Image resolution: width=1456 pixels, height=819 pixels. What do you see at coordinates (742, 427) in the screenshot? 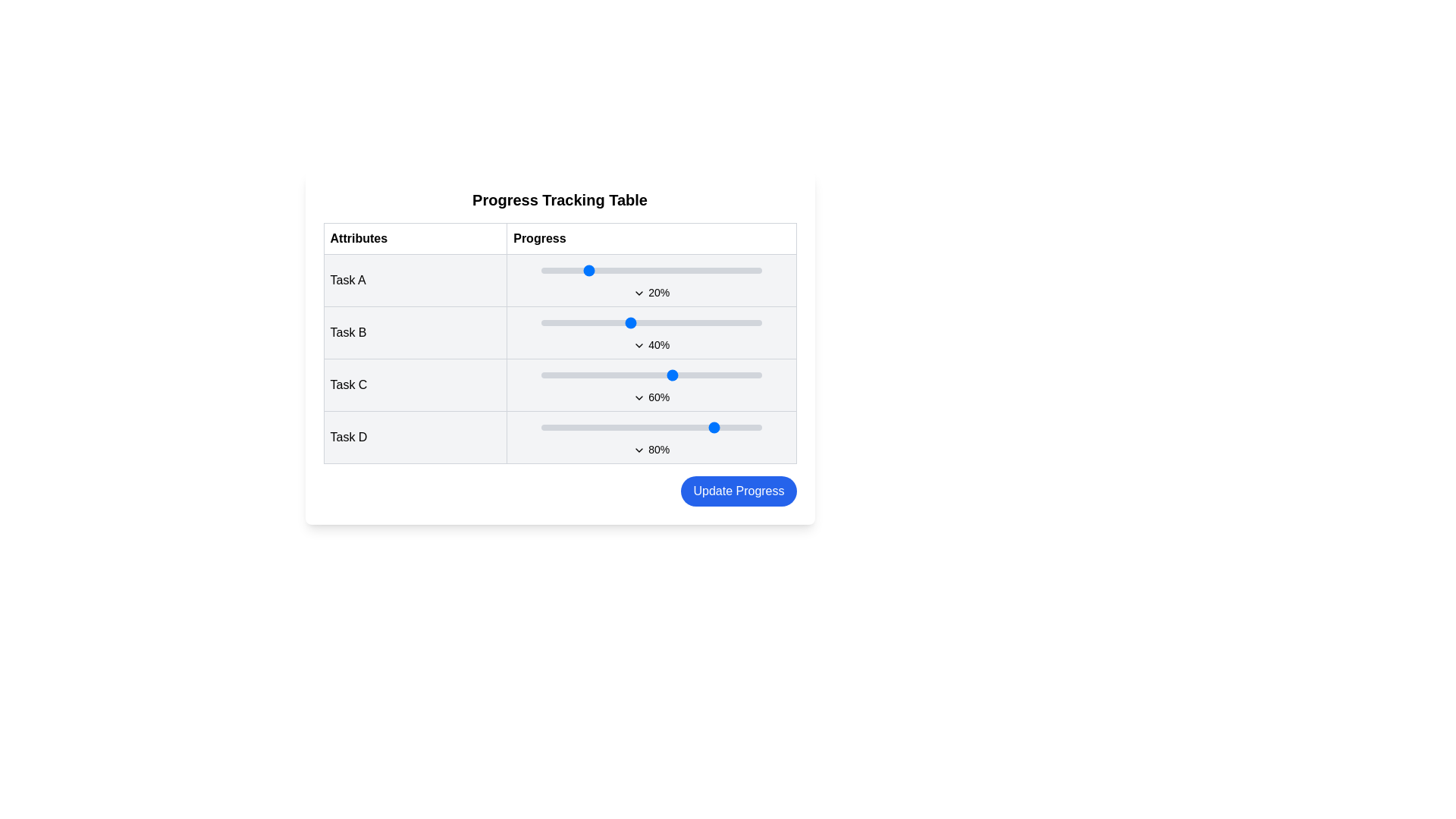
I see `task progress` at bounding box center [742, 427].